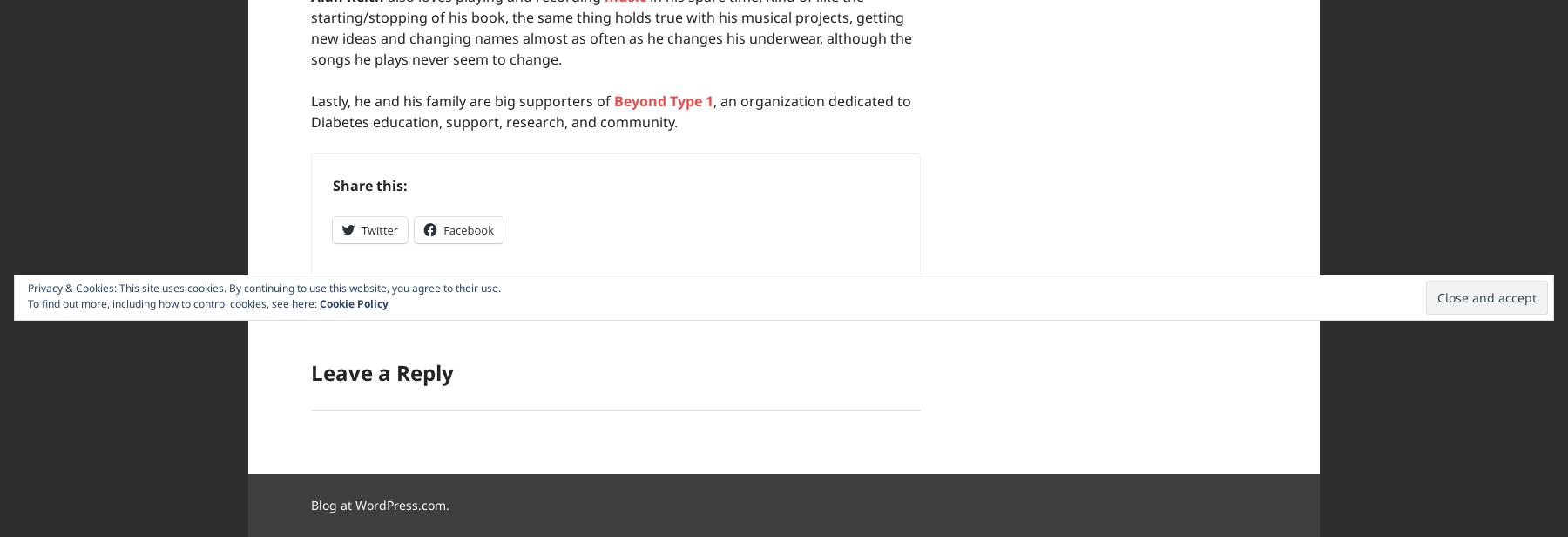 The height and width of the screenshot is (537, 1568). What do you see at coordinates (379, 230) in the screenshot?
I see `'Twitter'` at bounding box center [379, 230].